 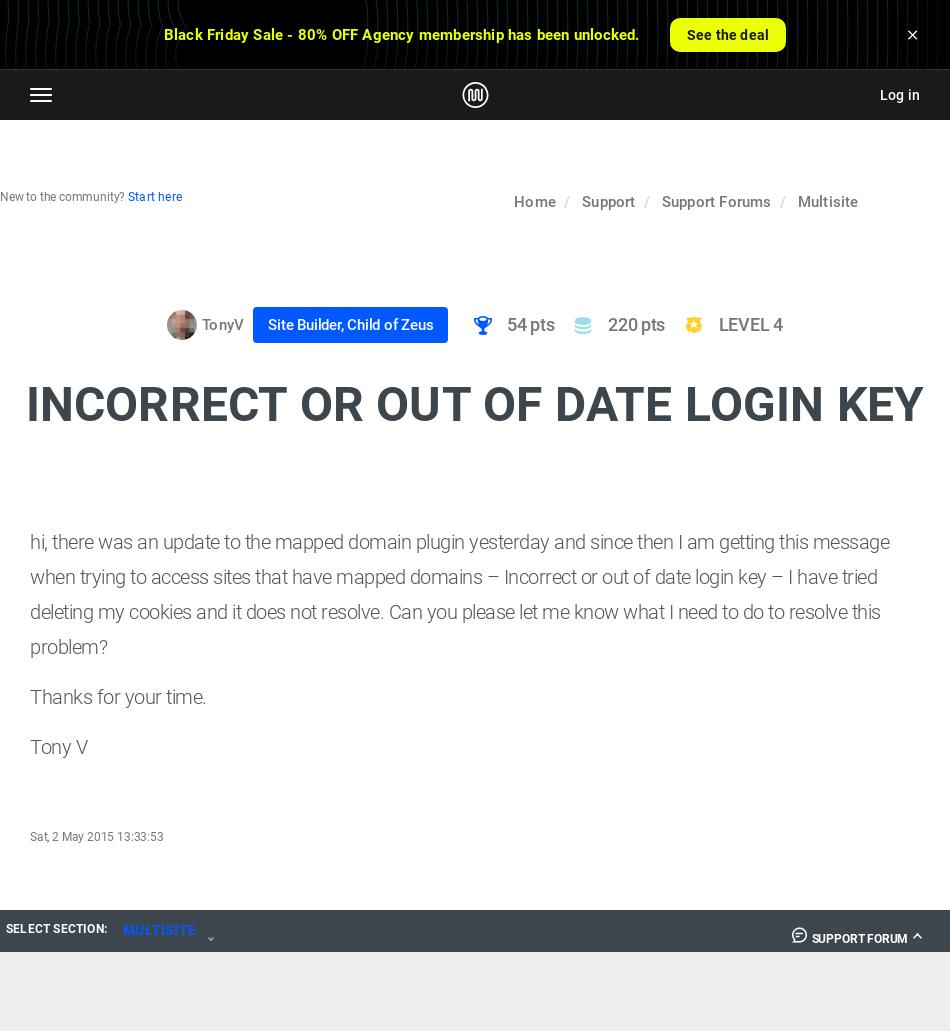 I want to click on 'See the deal', so click(x=726, y=34).